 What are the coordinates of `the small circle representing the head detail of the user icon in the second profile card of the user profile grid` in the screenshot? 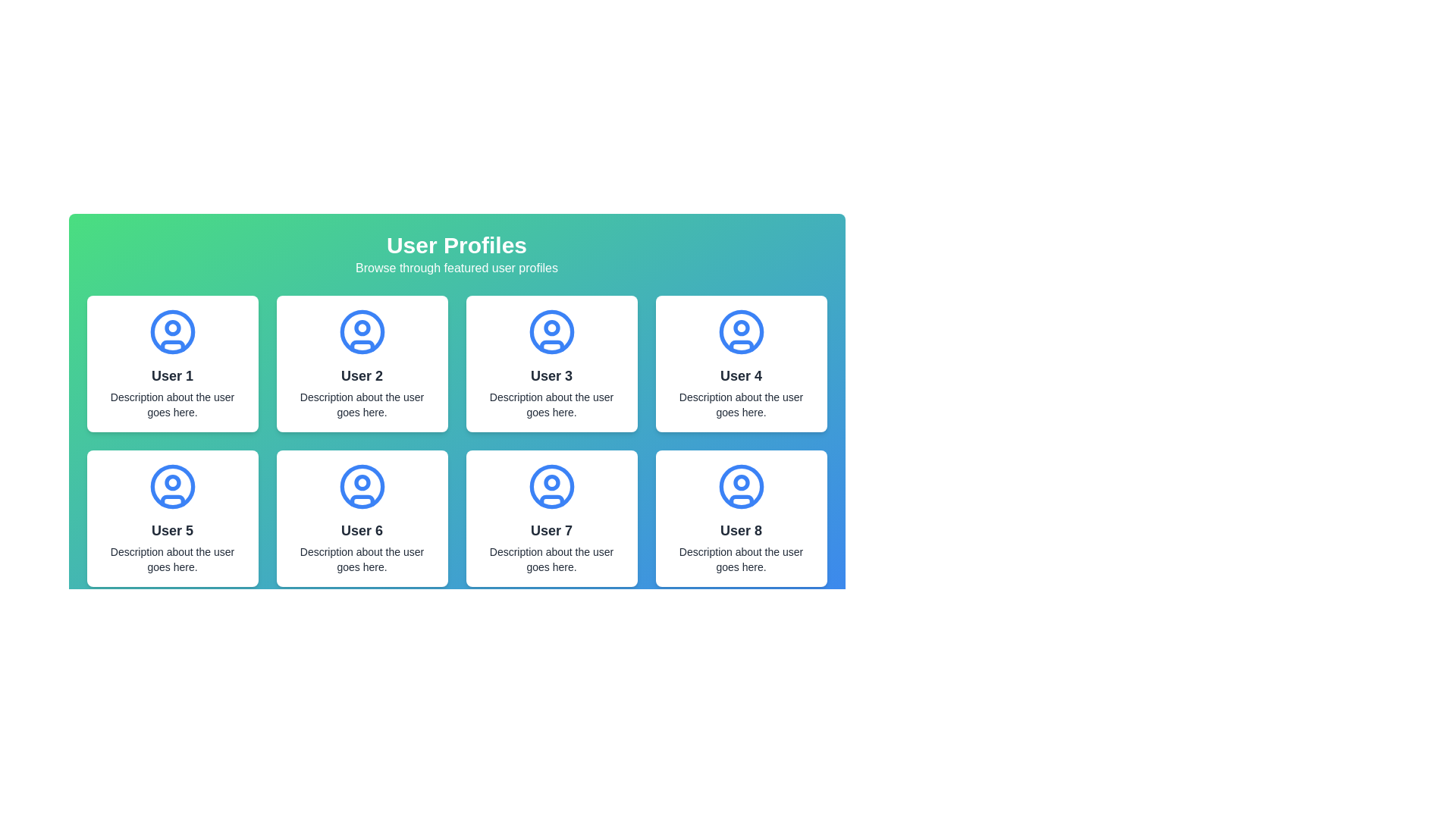 It's located at (361, 327).